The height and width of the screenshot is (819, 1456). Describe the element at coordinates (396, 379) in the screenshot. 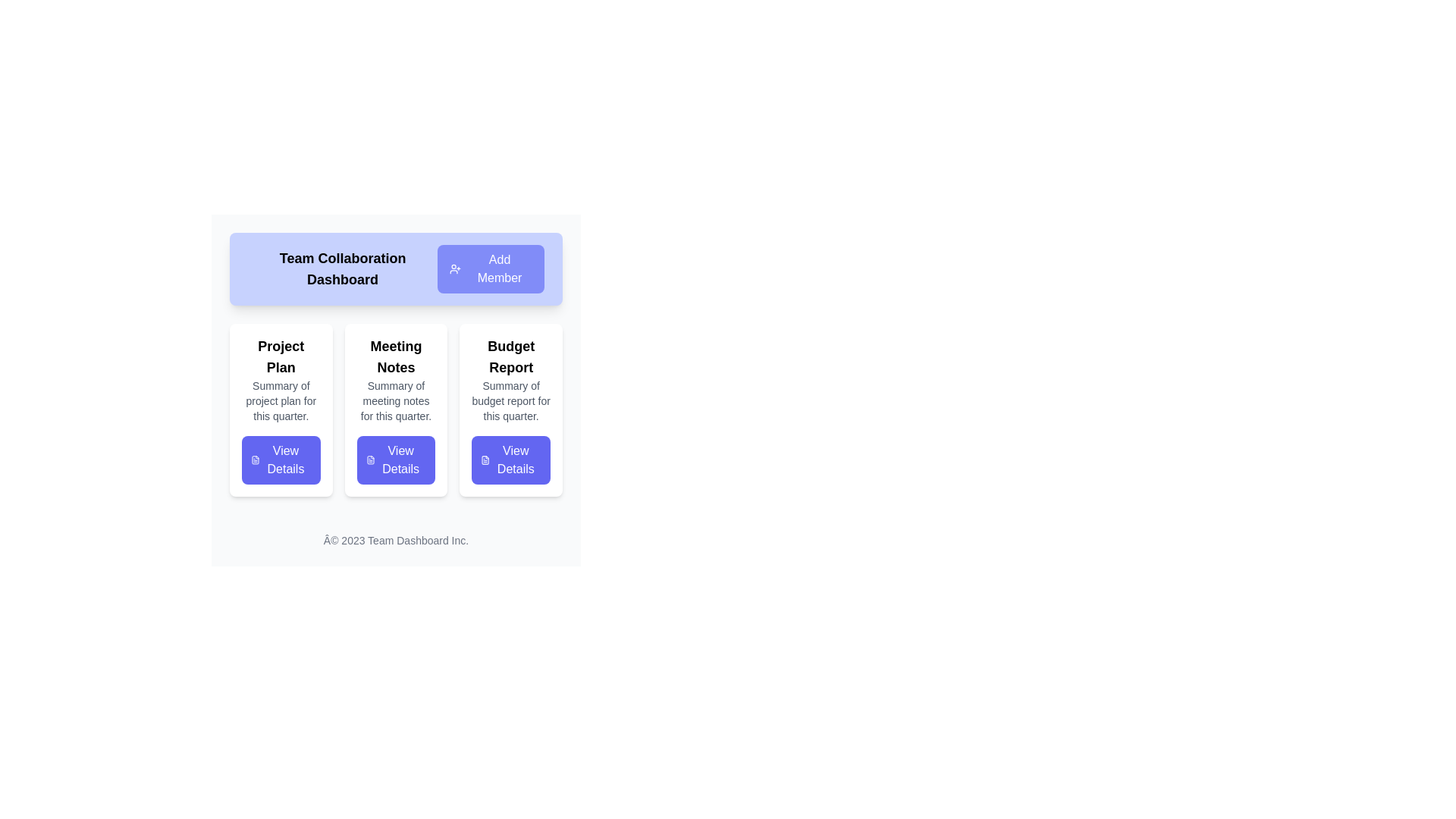

I see `the Text Content Block displaying 'Meeting Notes' and 'Summary of meeting notes for this quarter.'` at that location.